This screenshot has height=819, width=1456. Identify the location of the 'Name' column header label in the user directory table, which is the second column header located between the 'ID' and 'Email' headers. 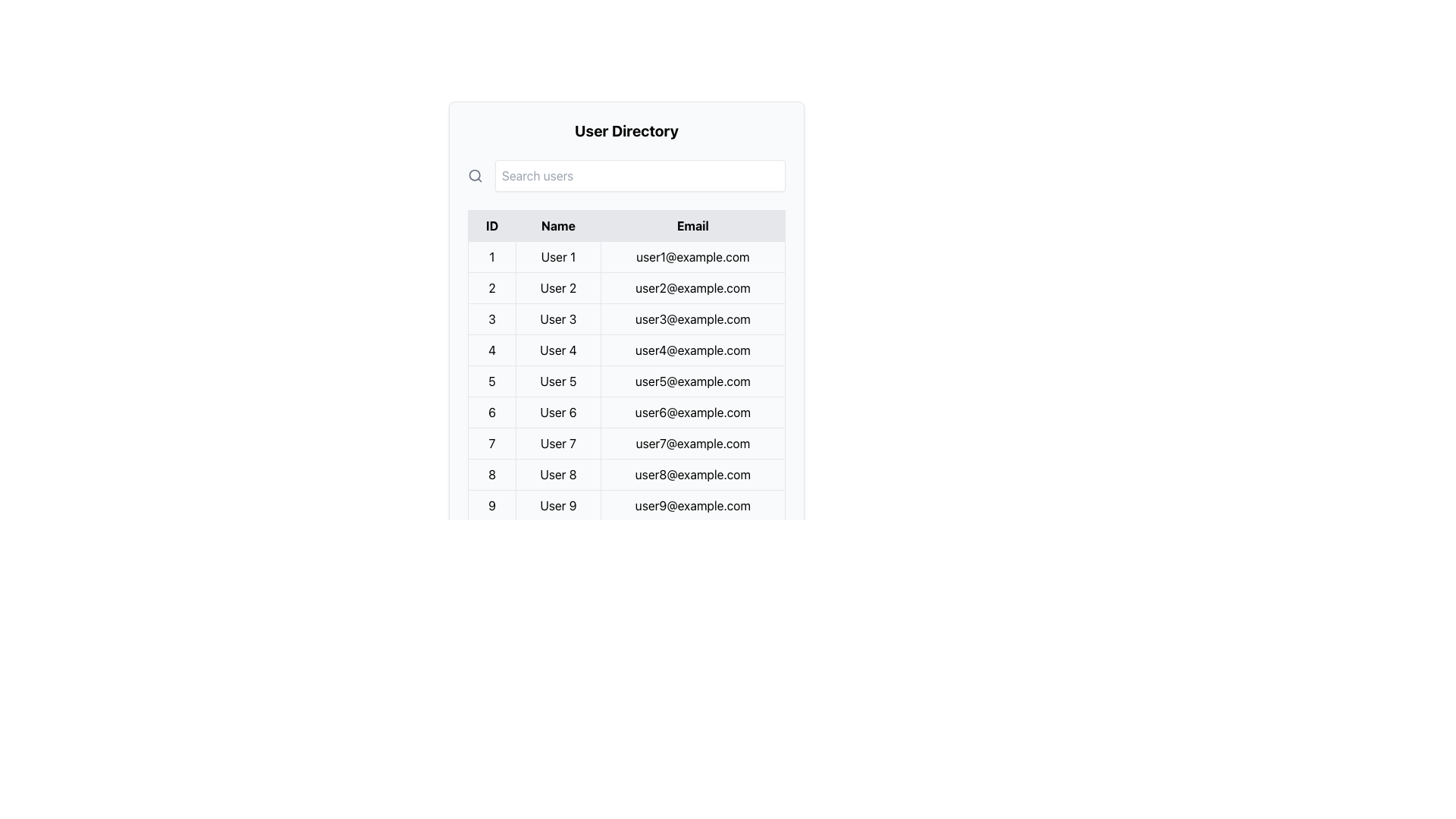
(557, 225).